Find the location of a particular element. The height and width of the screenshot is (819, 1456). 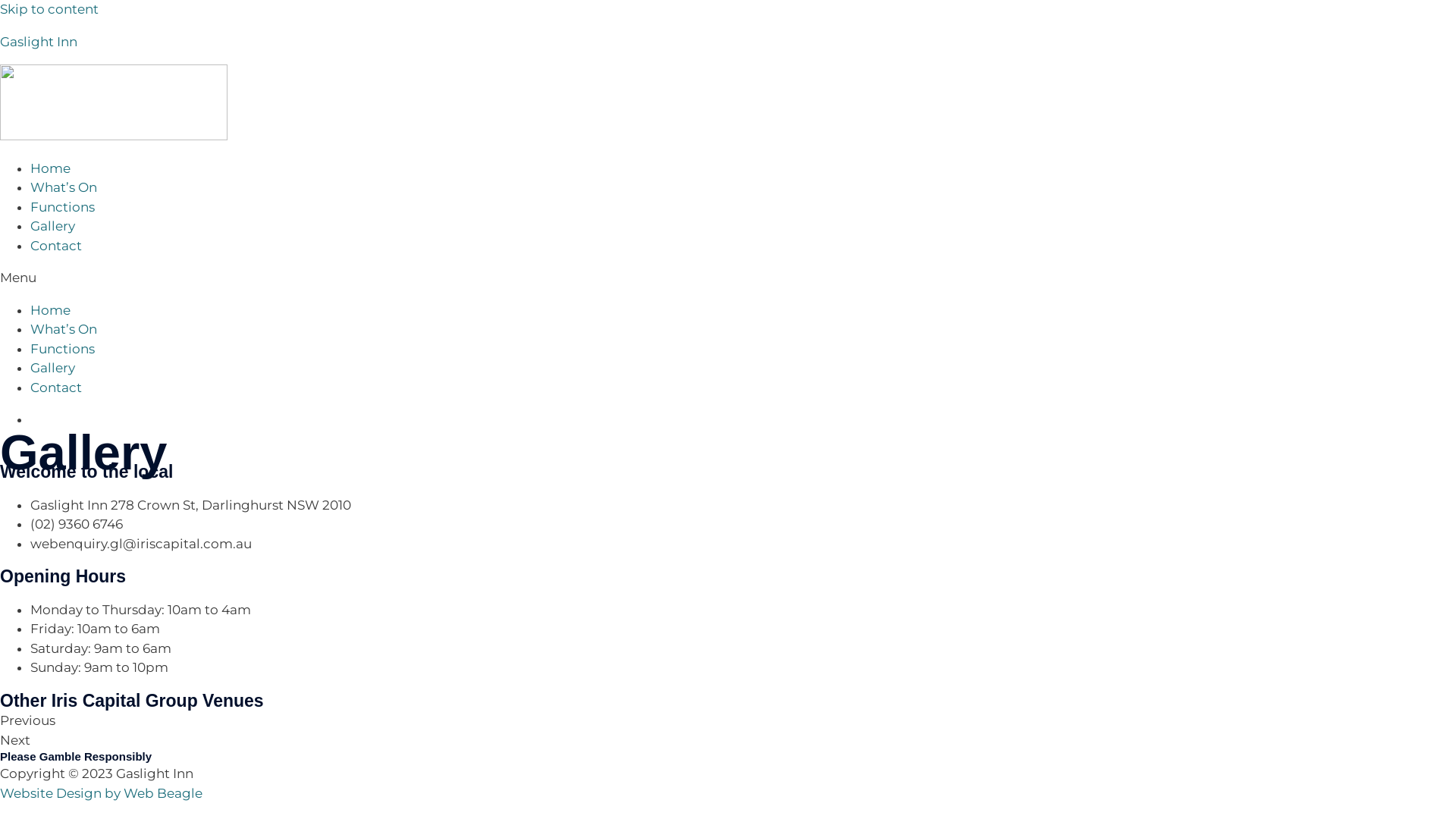

'Gaslight Inn' is located at coordinates (39, 40).